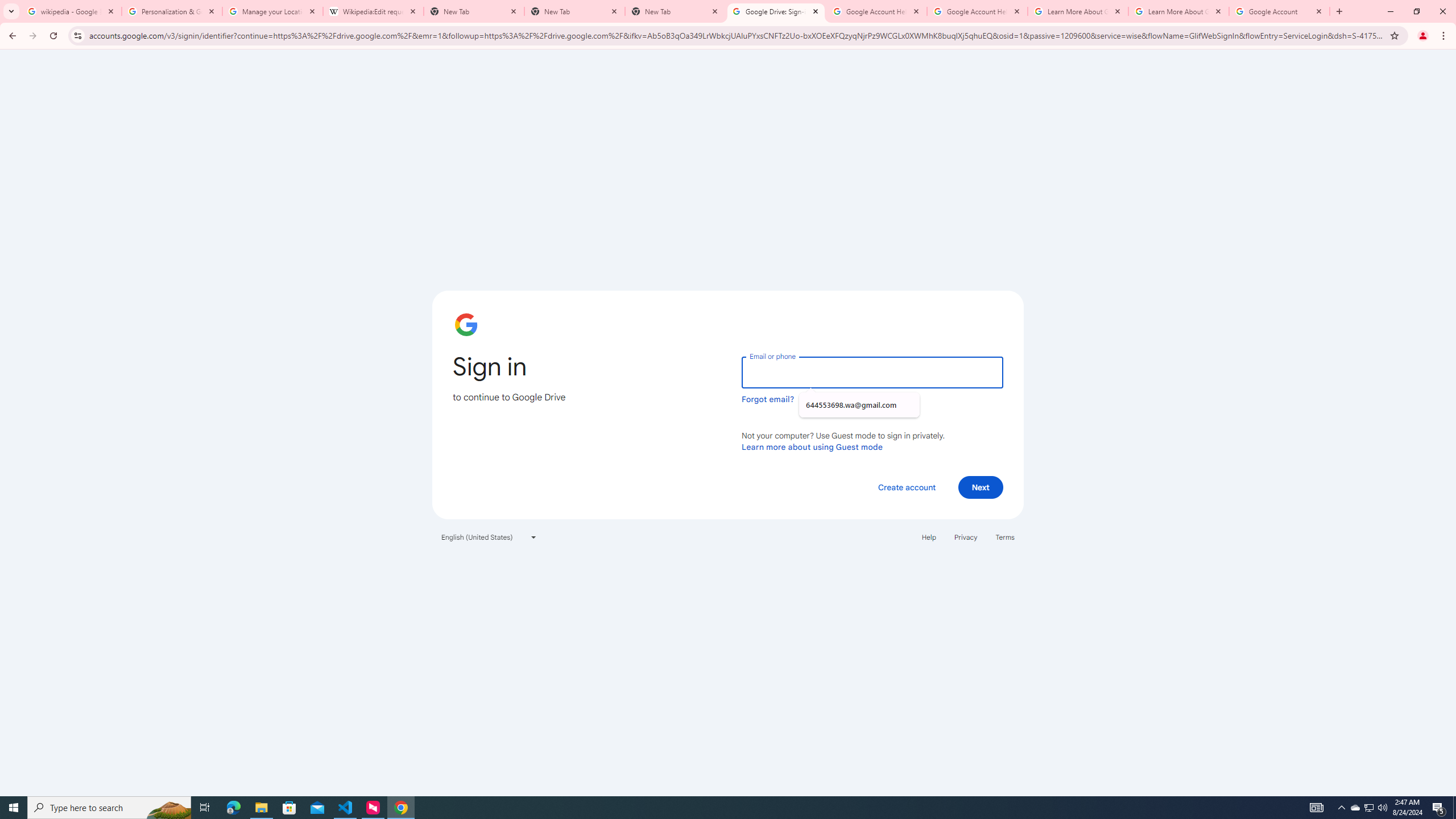  Describe the element at coordinates (775, 11) in the screenshot. I see `'Google Drive: Sign-in'` at that location.